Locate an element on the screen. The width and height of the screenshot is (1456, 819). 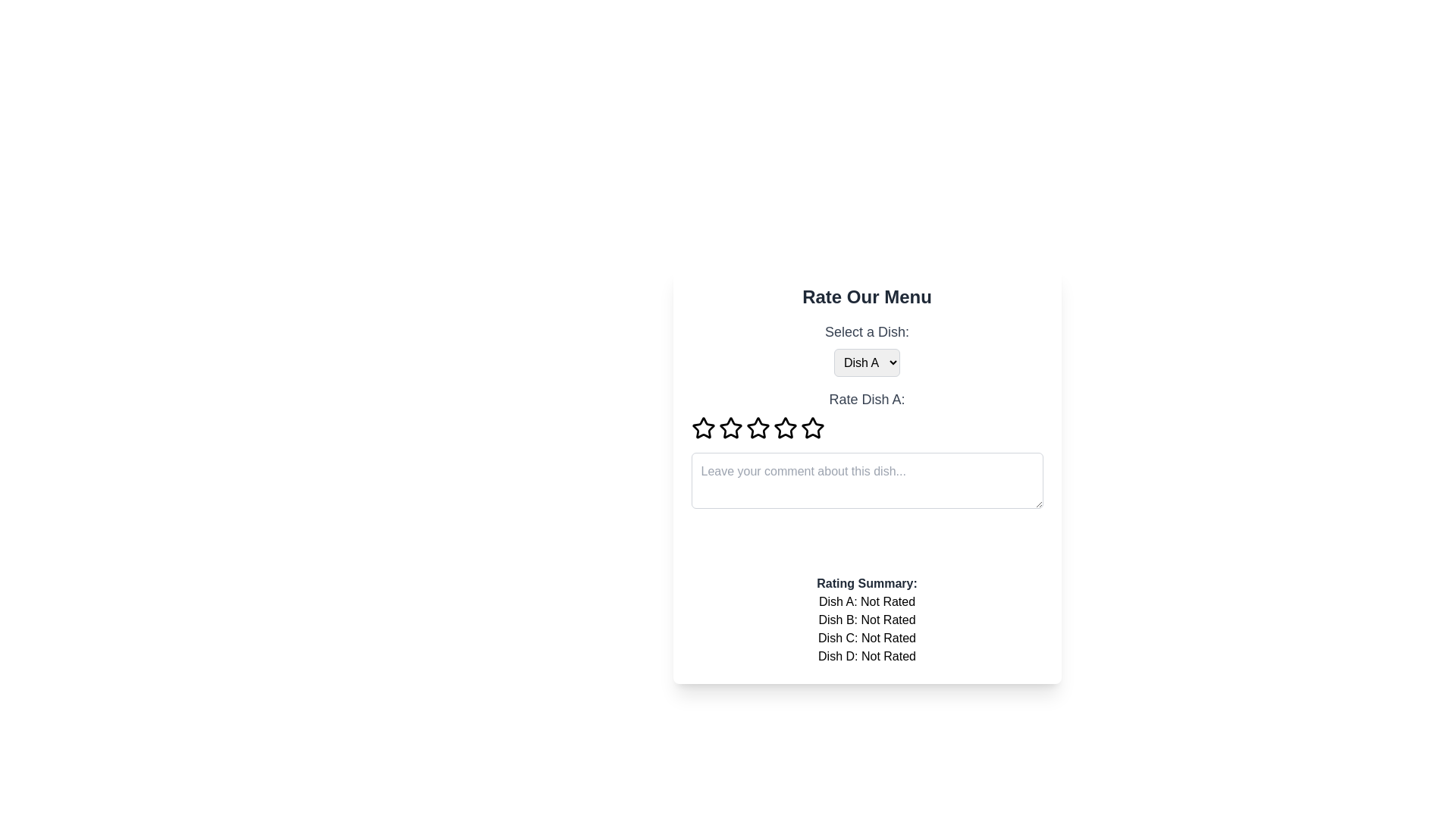
the fifth star icon in the rating section is located at coordinates (811, 428).